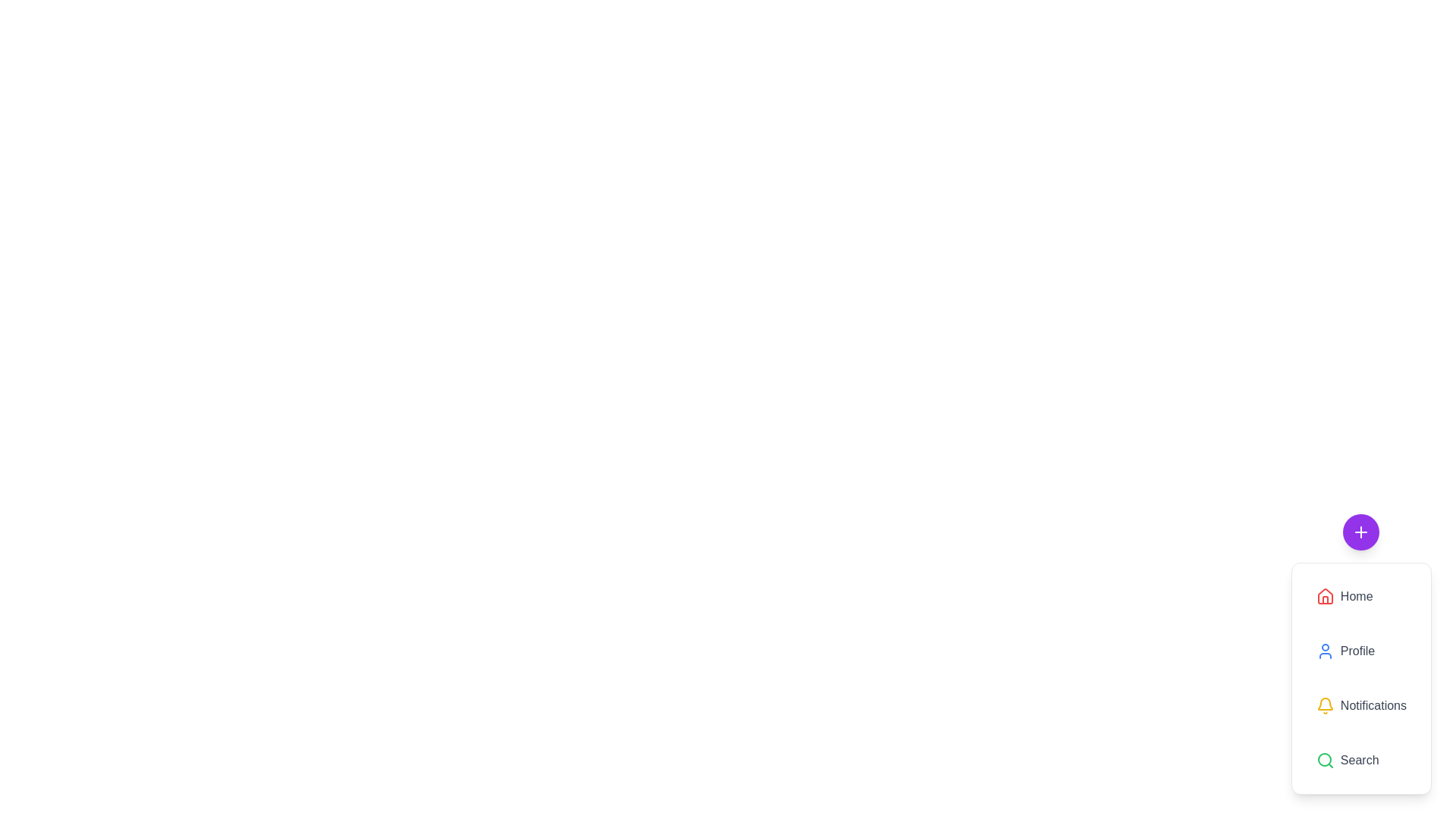  What do you see at coordinates (1361, 651) in the screenshot?
I see `the 'Profile' button` at bounding box center [1361, 651].